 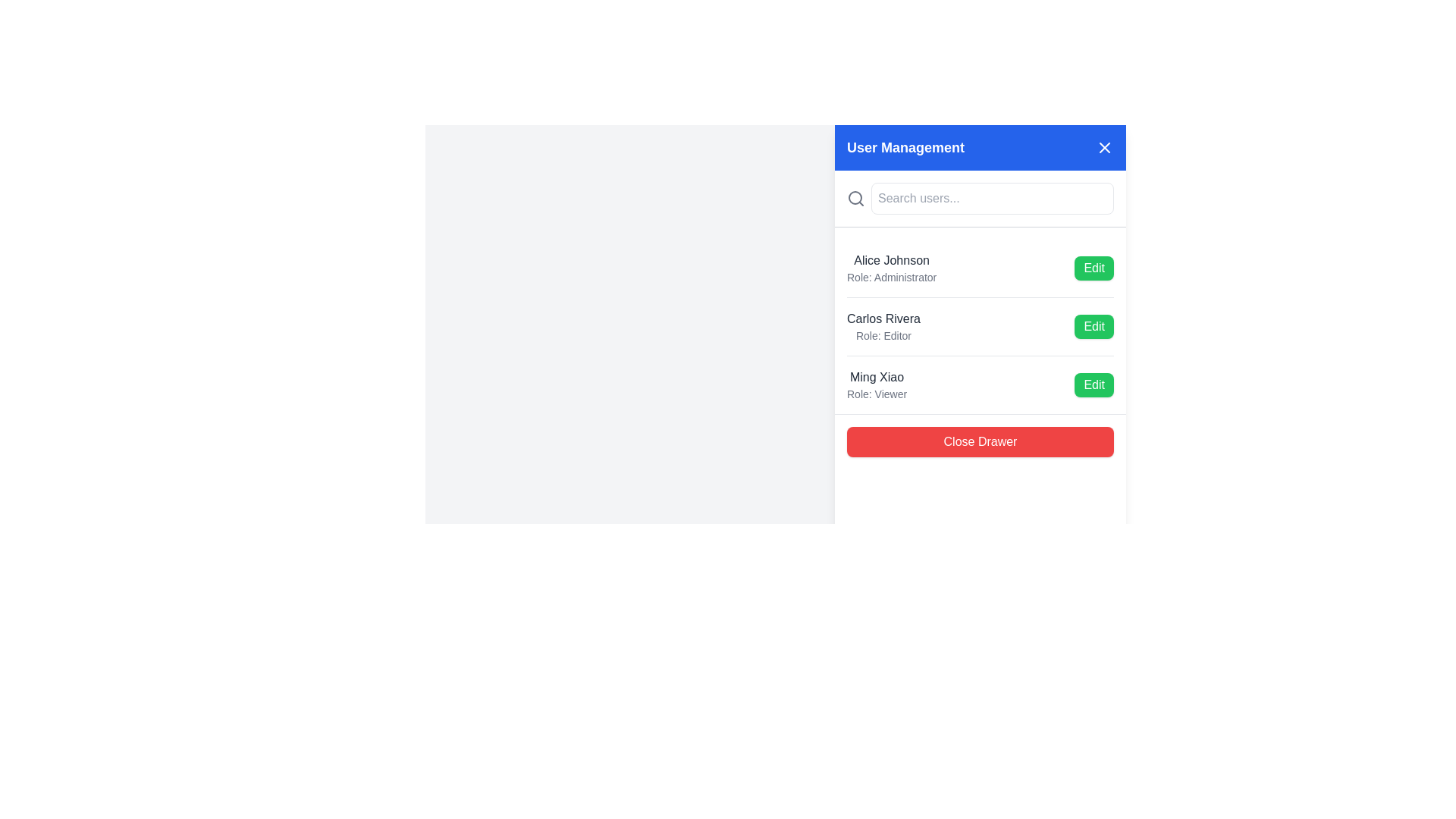 What do you see at coordinates (877, 394) in the screenshot?
I see `the text label displaying 'Role: Viewer' located below 'Ming Xiao' in the user list section` at bounding box center [877, 394].